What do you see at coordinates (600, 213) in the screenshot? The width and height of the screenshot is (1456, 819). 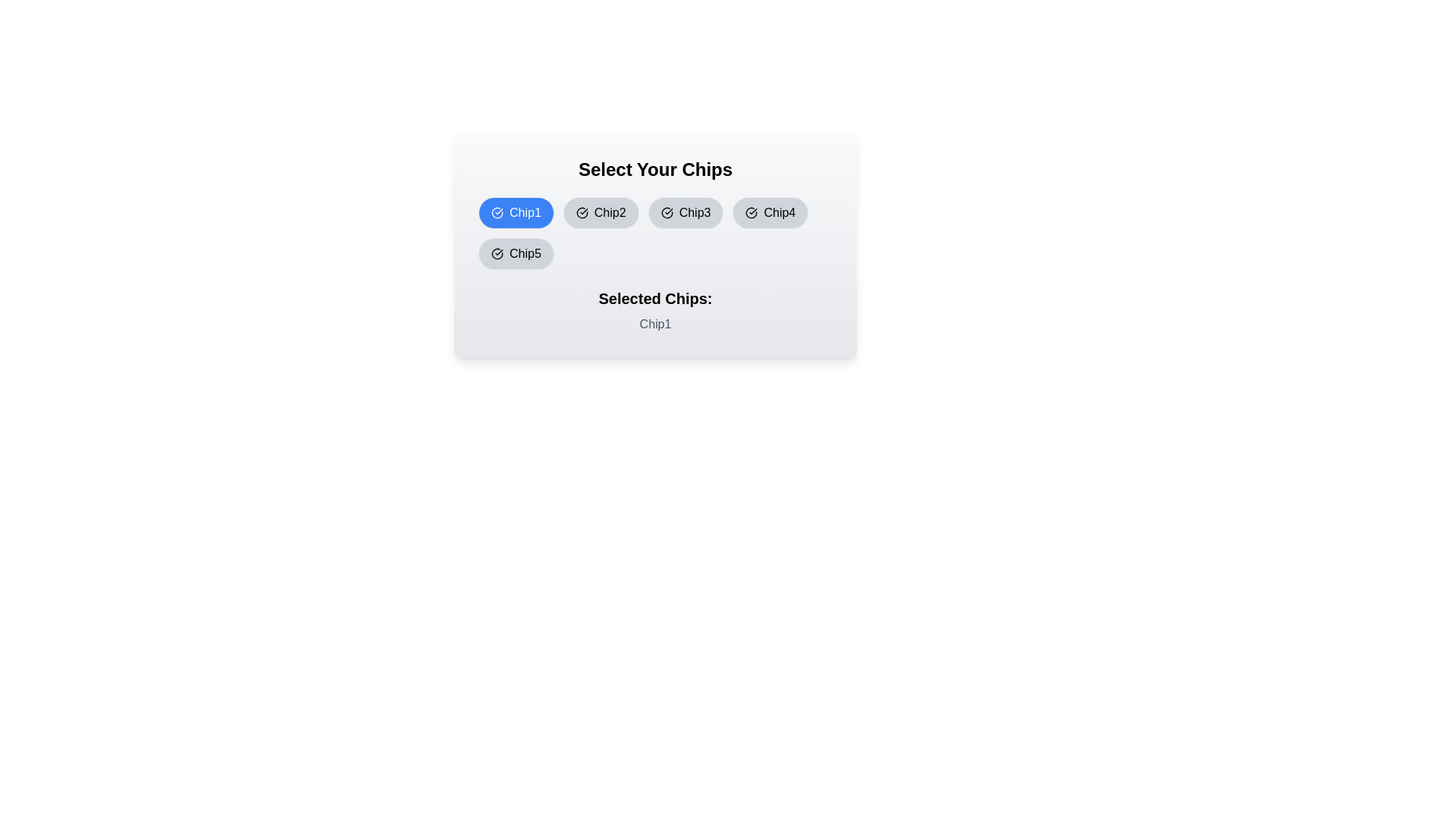 I see `the chip labeled Chip2 by clicking on it` at bounding box center [600, 213].